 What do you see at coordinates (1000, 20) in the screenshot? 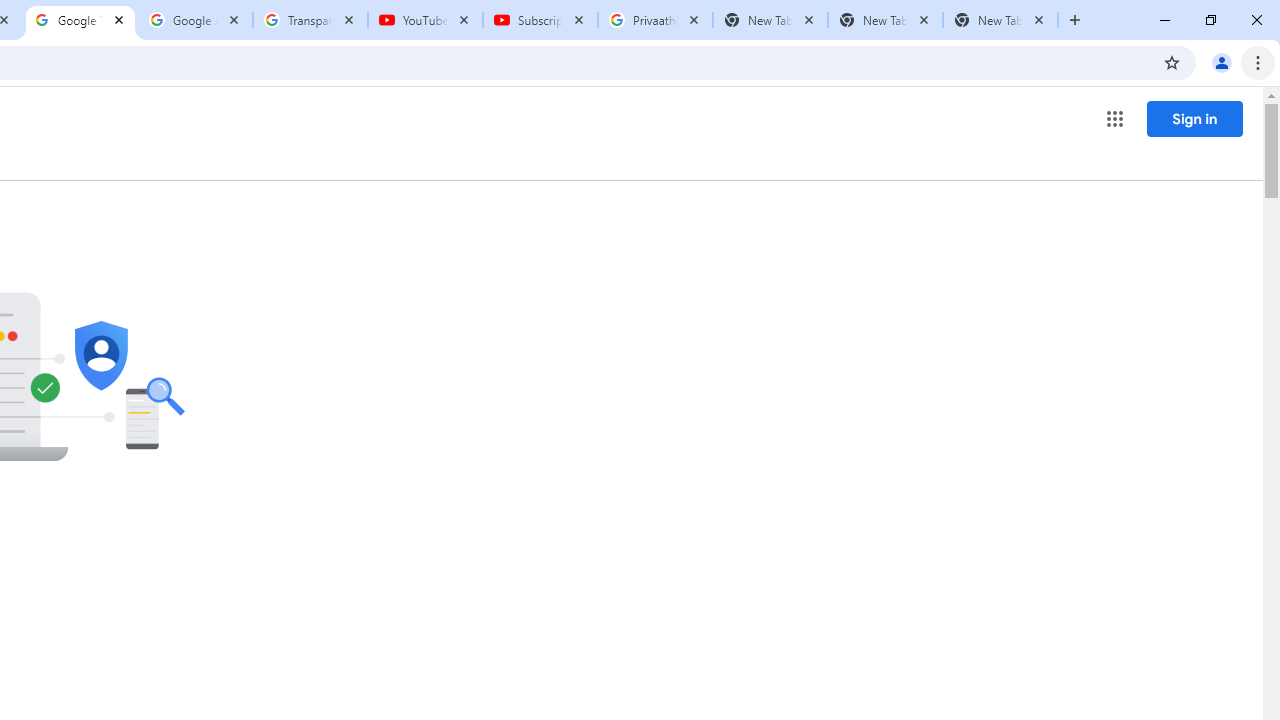
I see `'New Tab'` at bounding box center [1000, 20].